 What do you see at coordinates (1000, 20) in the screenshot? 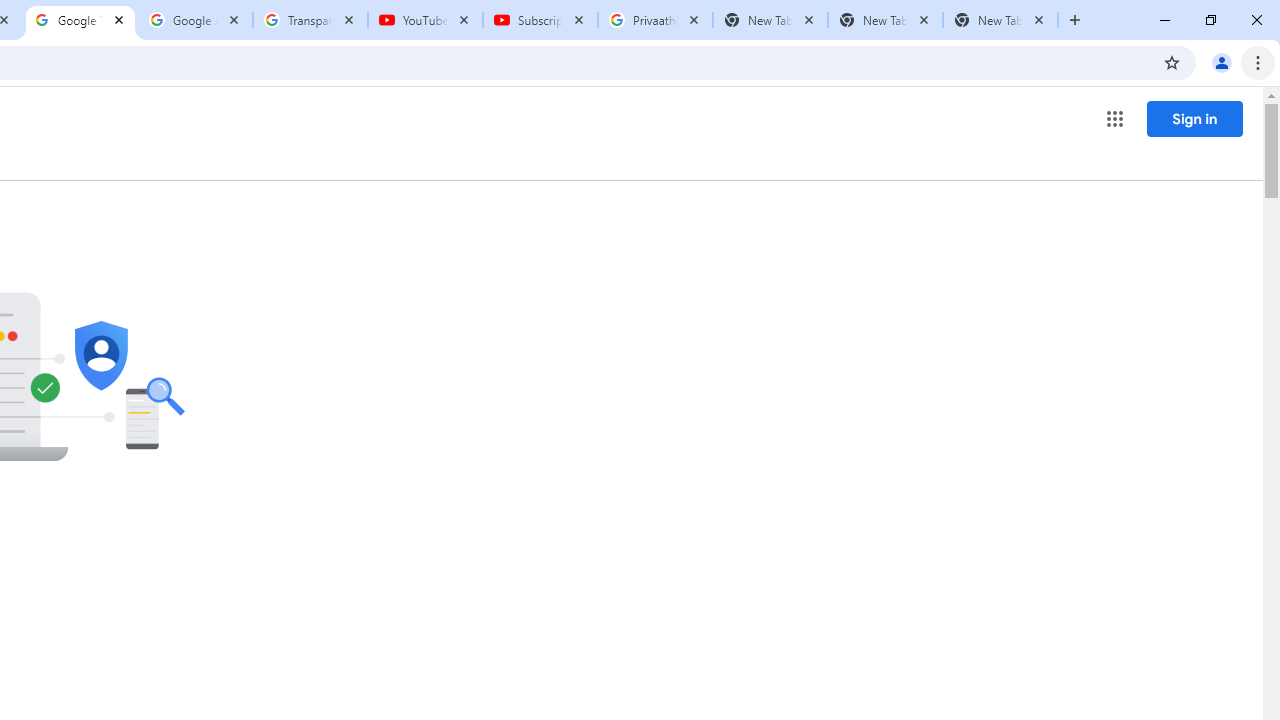
I see `'New Tab'` at bounding box center [1000, 20].